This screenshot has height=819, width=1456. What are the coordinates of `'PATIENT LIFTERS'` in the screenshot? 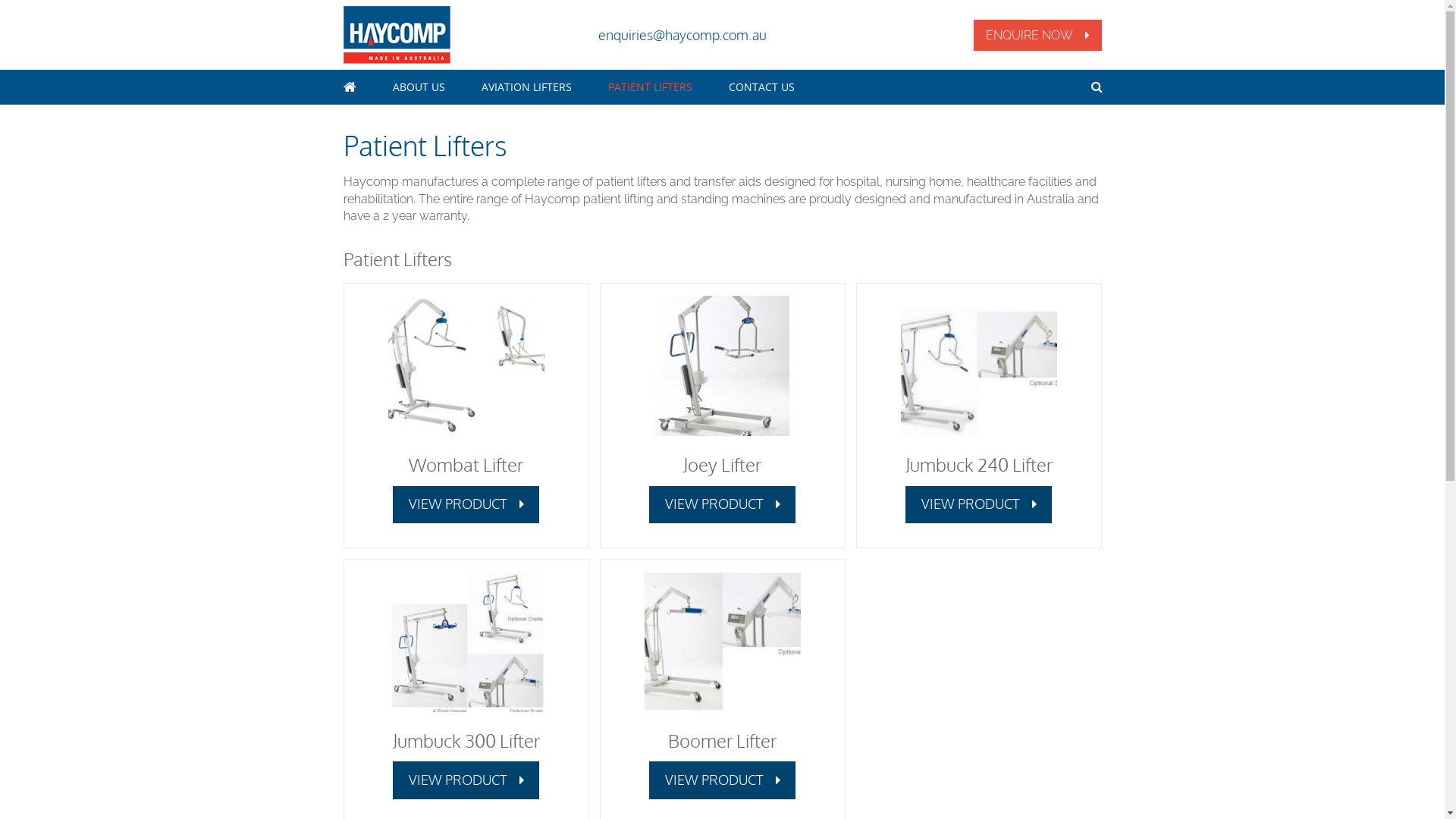 It's located at (607, 87).